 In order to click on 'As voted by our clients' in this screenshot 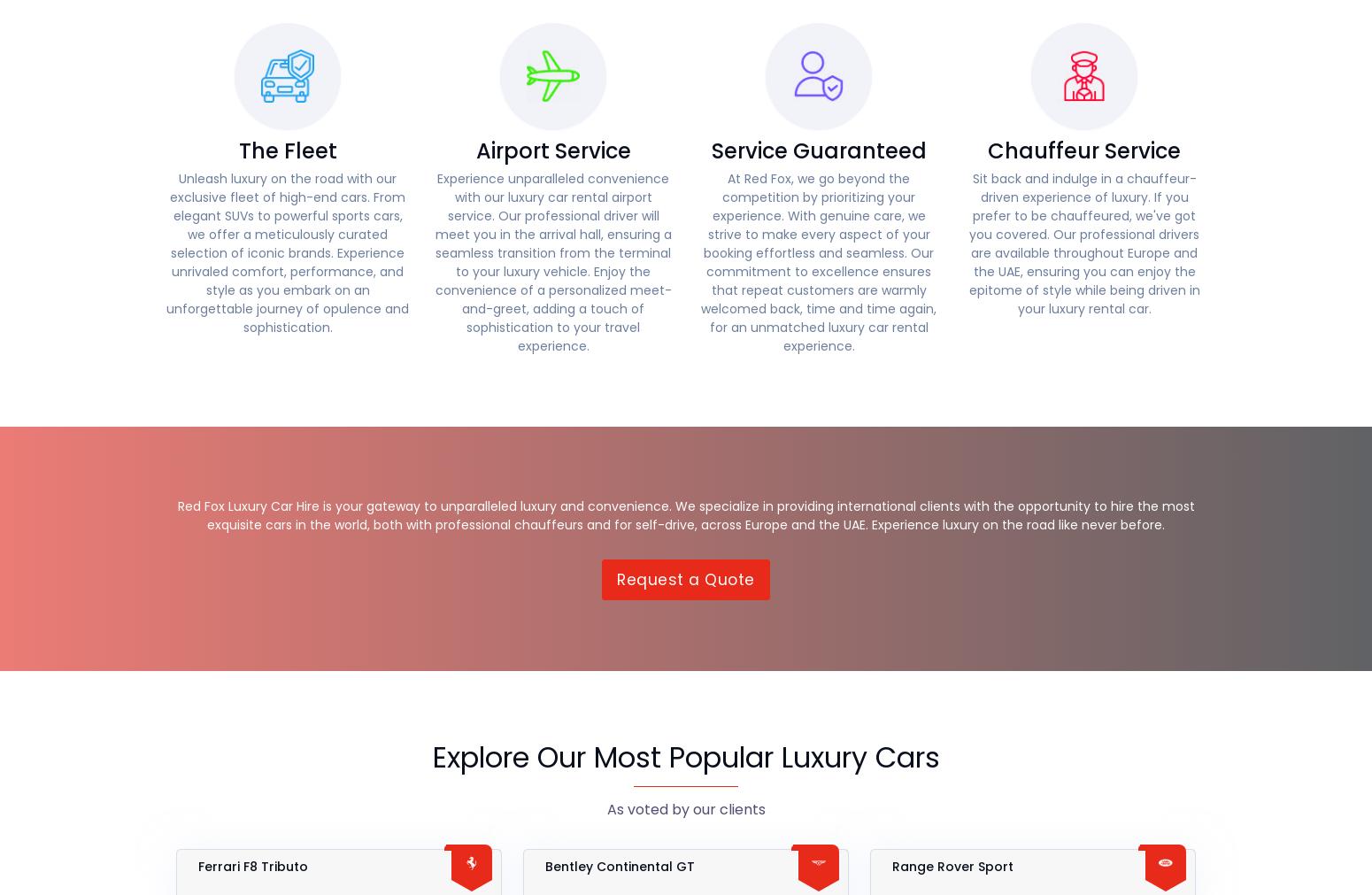, I will do `click(685, 809)`.